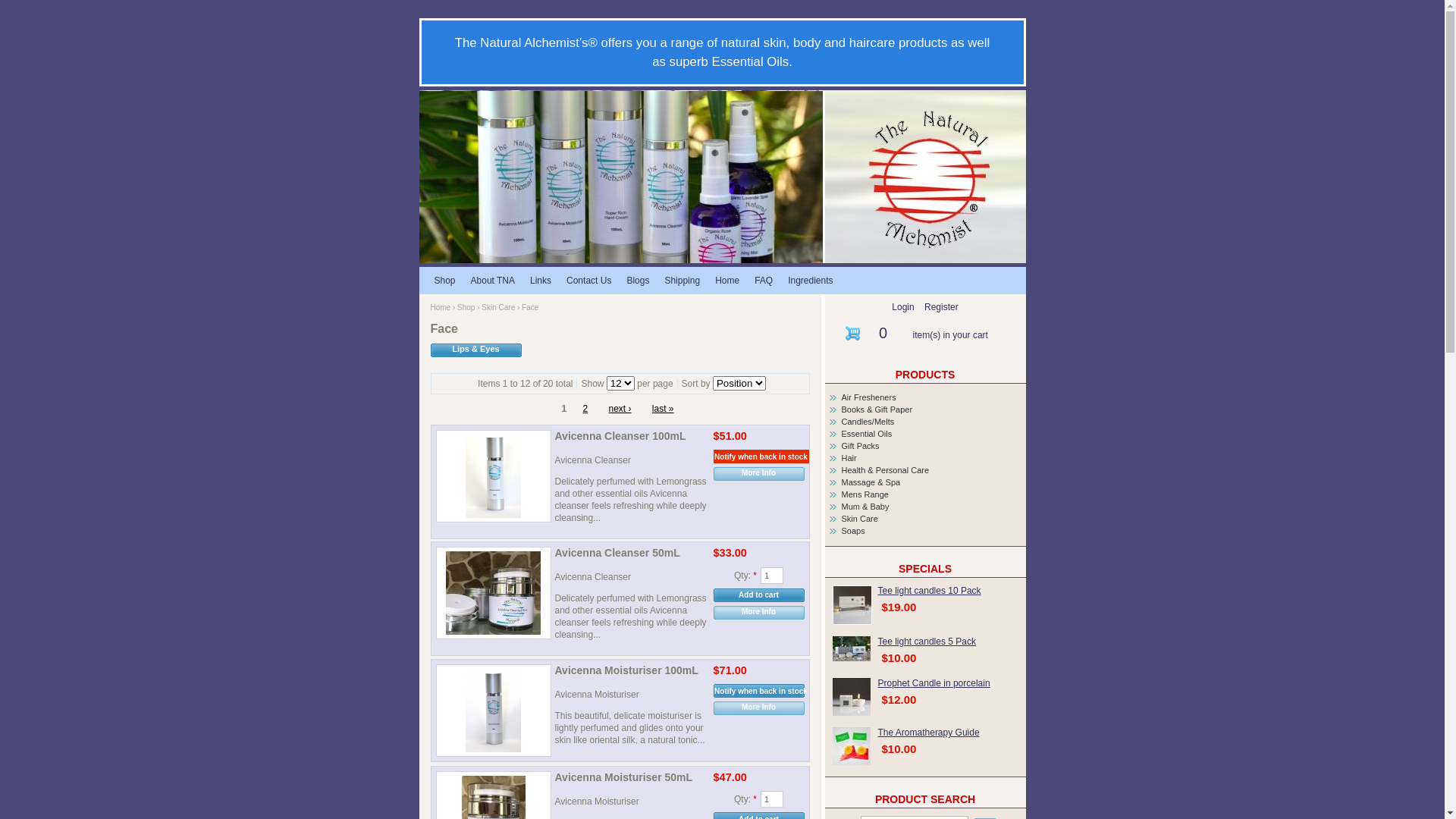  I want to click on 'FAQ', so click(764, 280).